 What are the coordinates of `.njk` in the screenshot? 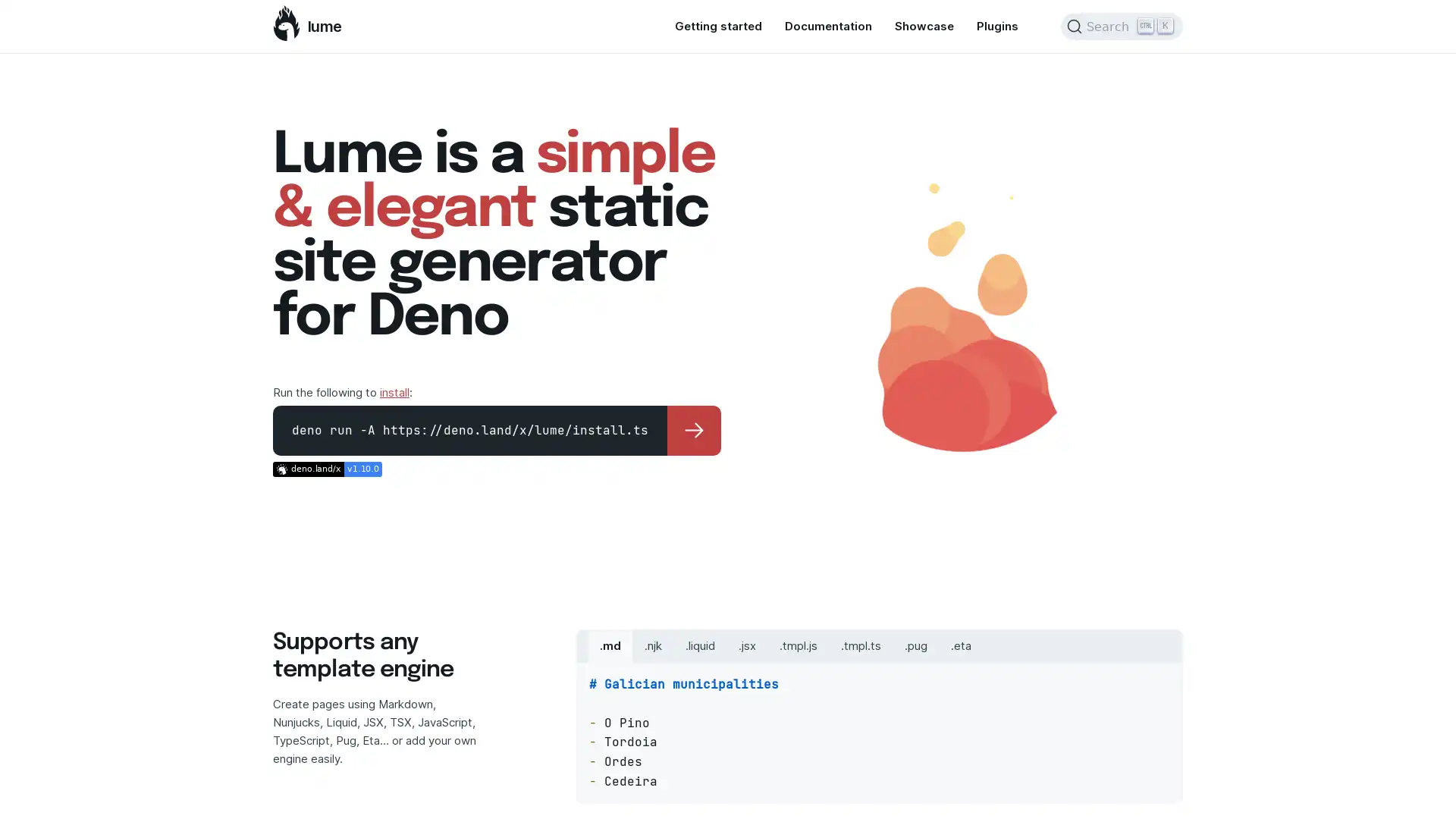 It's located at (653, 645).